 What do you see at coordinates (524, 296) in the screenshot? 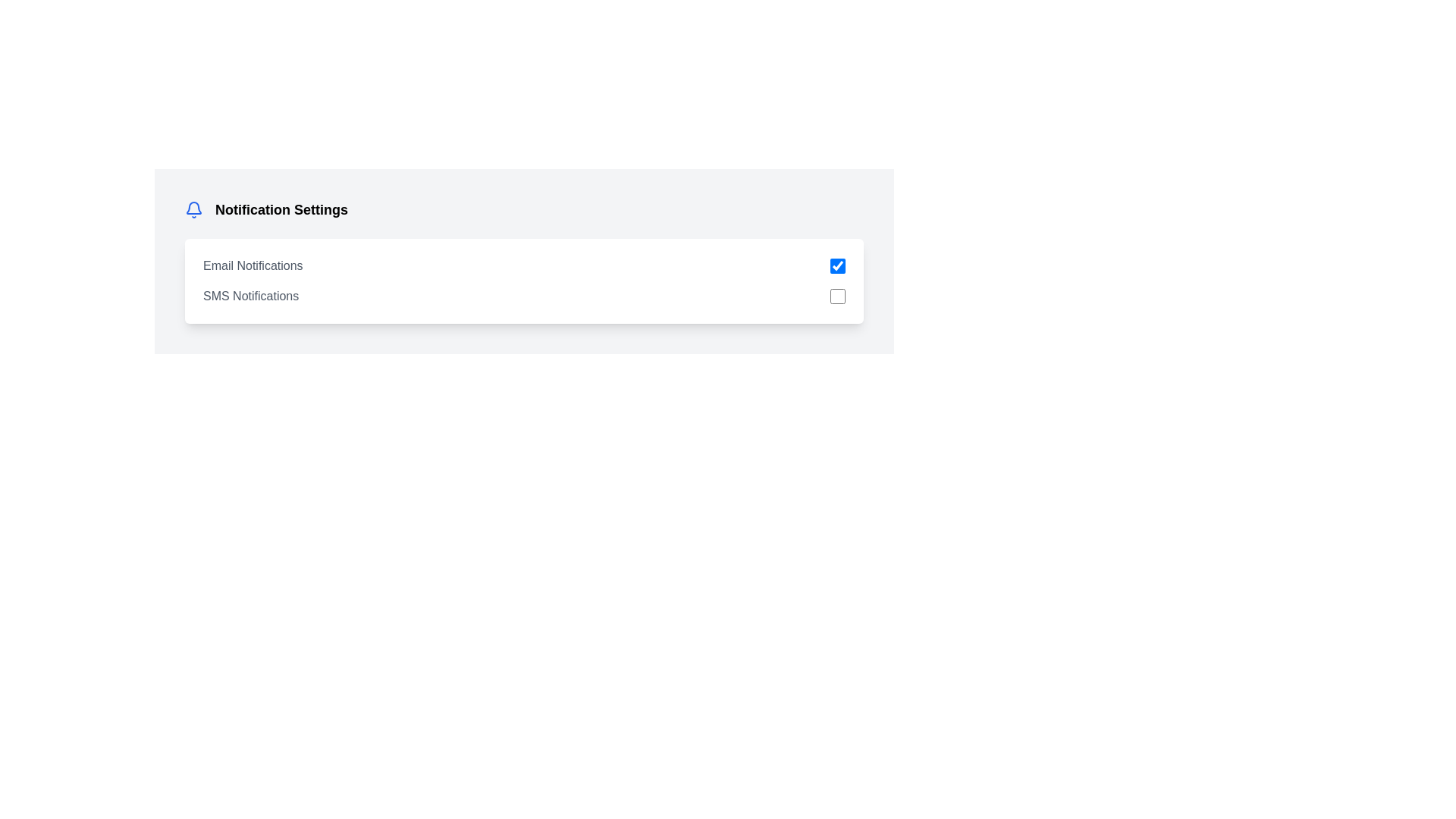
I see `the checkbox for 'SMS Notifications' in the Notification Settings section` at bounding box center [524, 296].